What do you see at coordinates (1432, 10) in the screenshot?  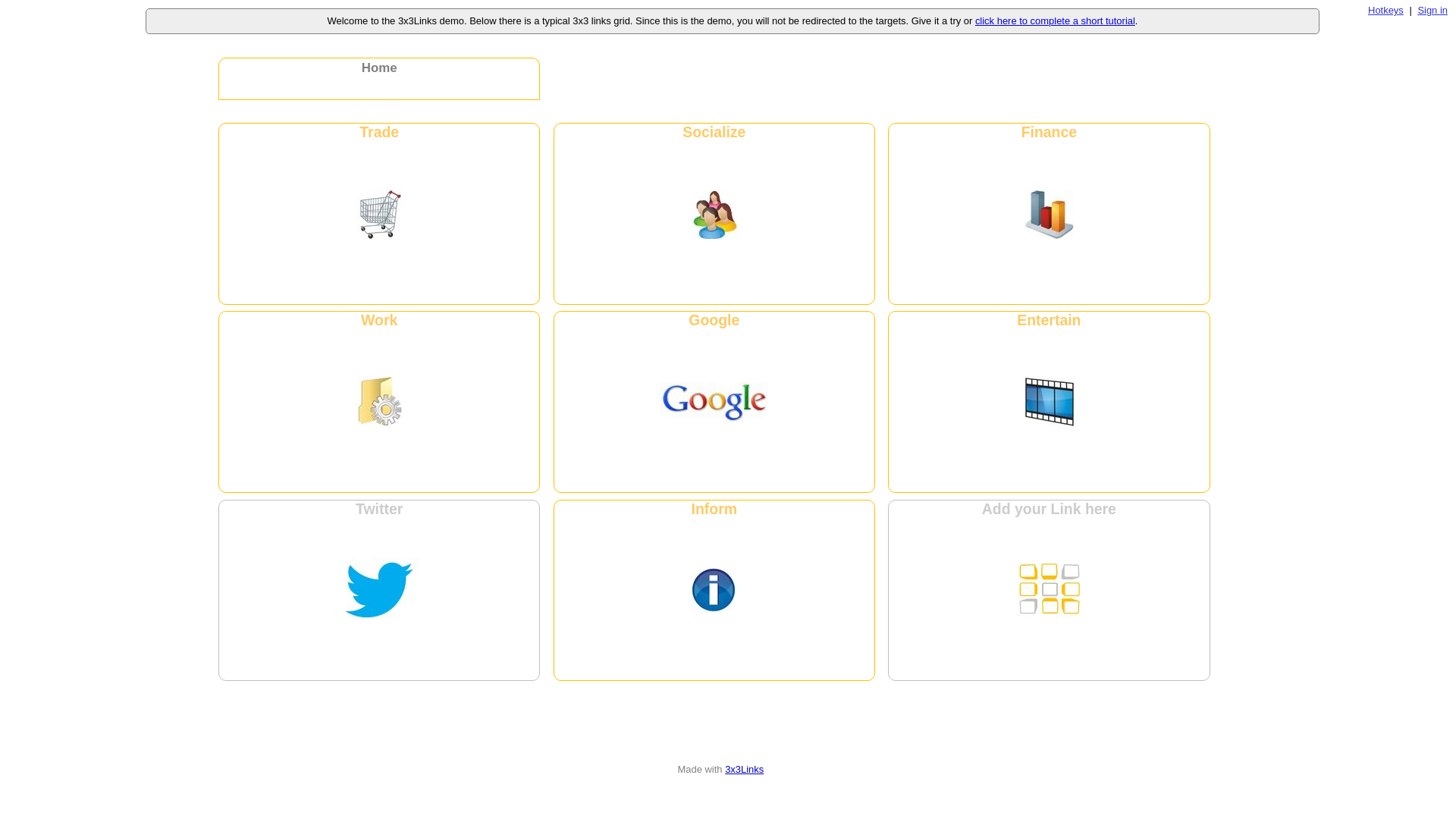 I see `'Sign in'` at bounding box center [1432, 10].